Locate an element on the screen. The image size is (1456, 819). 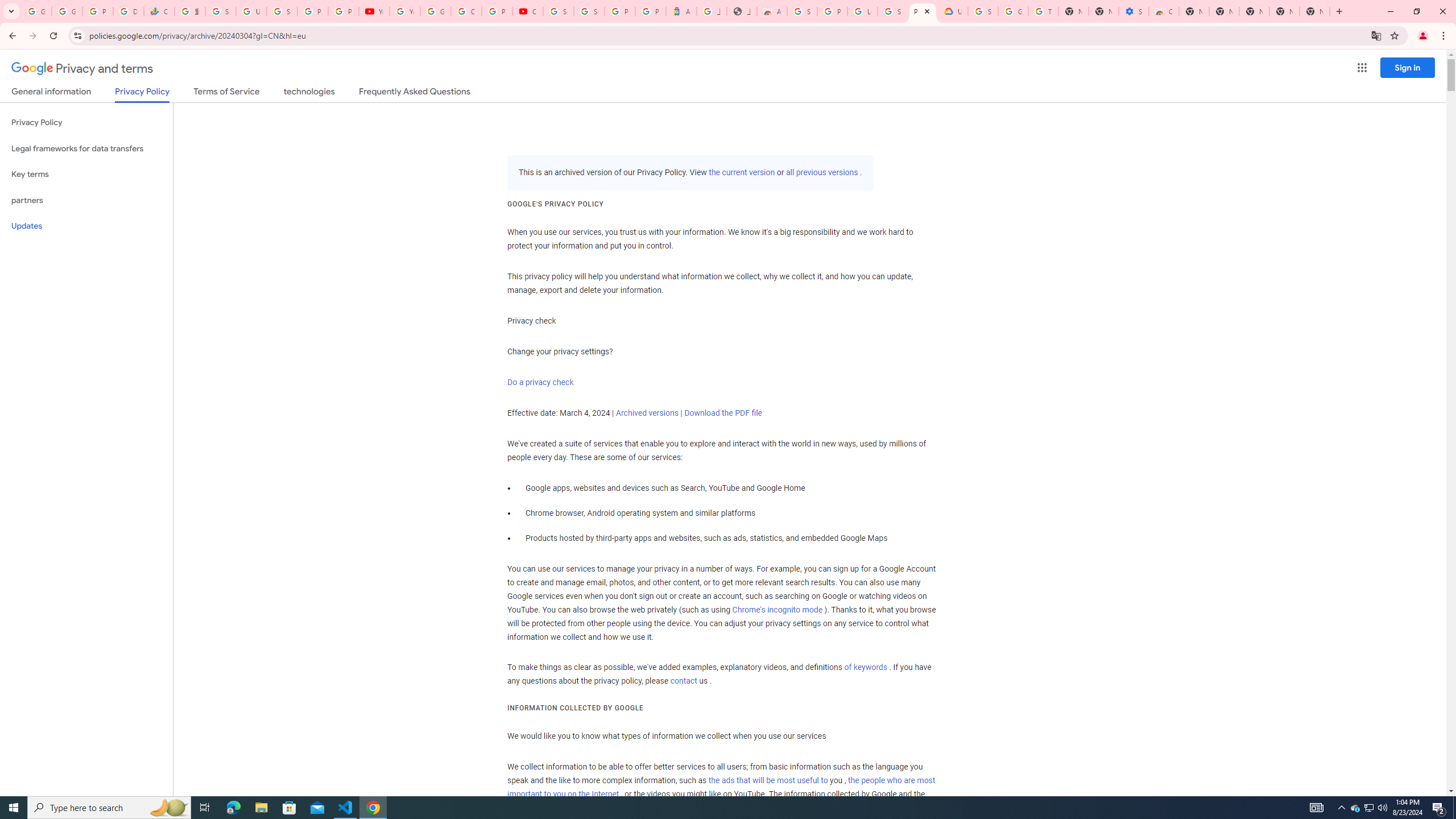
'contact' is located at coordinates (682, 681).